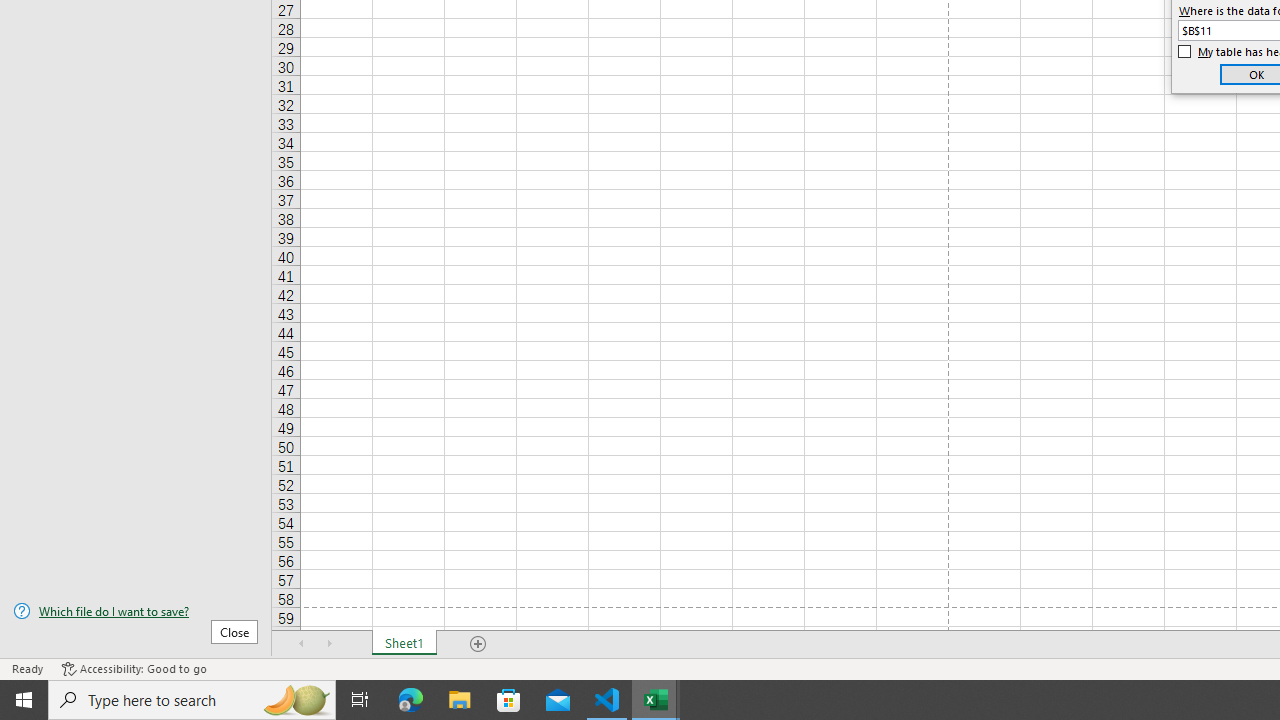 Image resolution: width=1280 pixels, height=720 pixels. I want to click on 'Scroll Right', so click(330, 644).